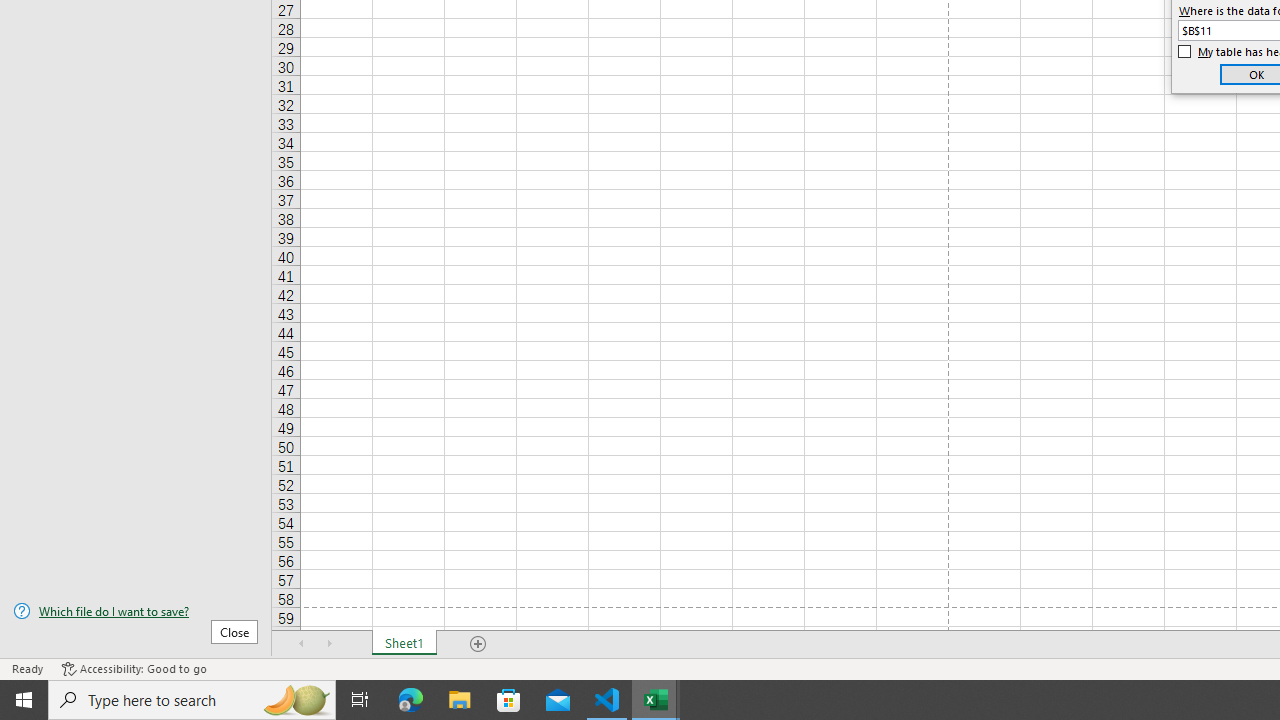 Image resolution: width=1280 pixels, height=720 pixels. I want to click on 'Scroll Right', so click(330, 644).